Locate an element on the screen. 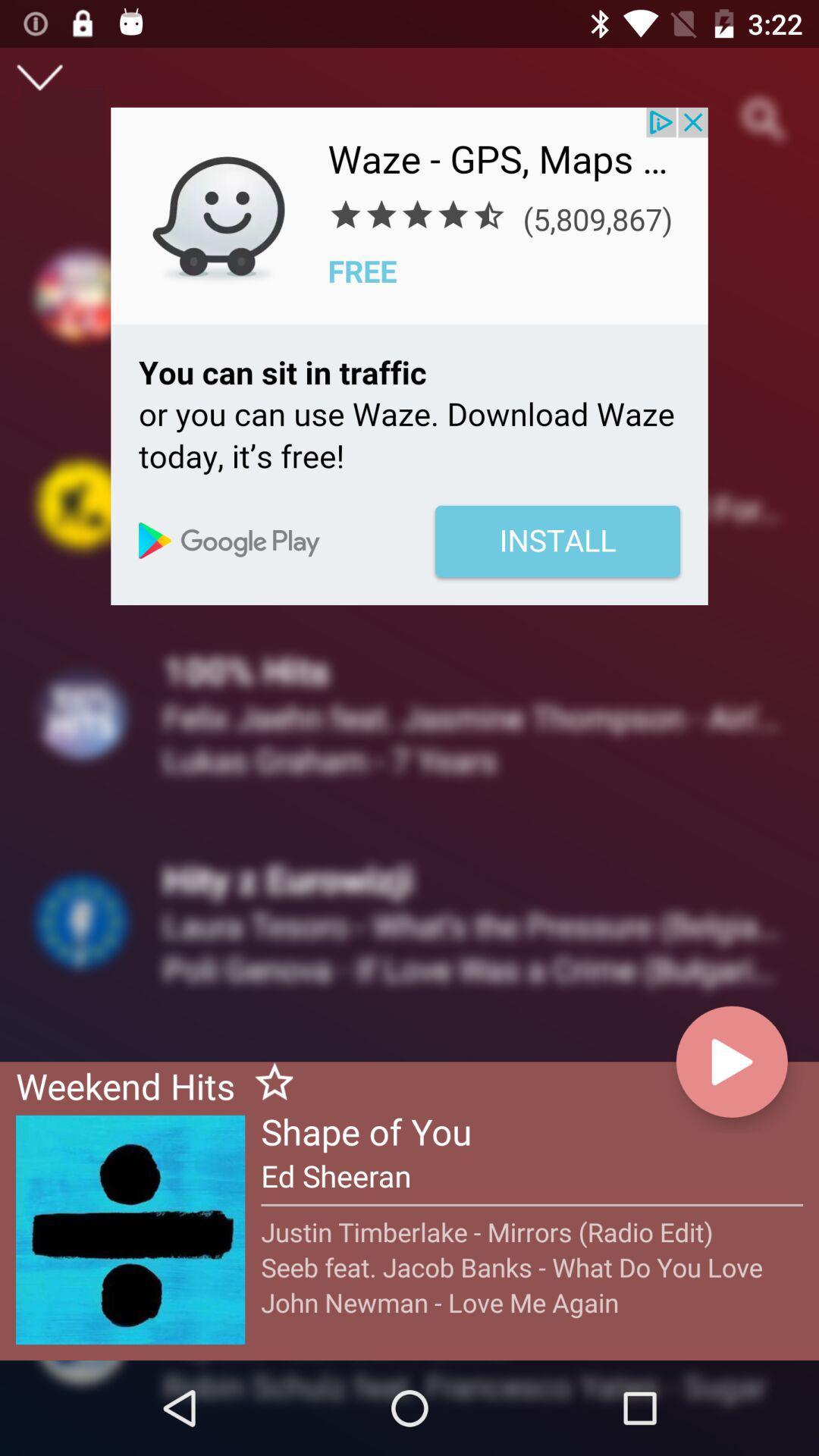  bookmark is located at coordinates (267, 1084).